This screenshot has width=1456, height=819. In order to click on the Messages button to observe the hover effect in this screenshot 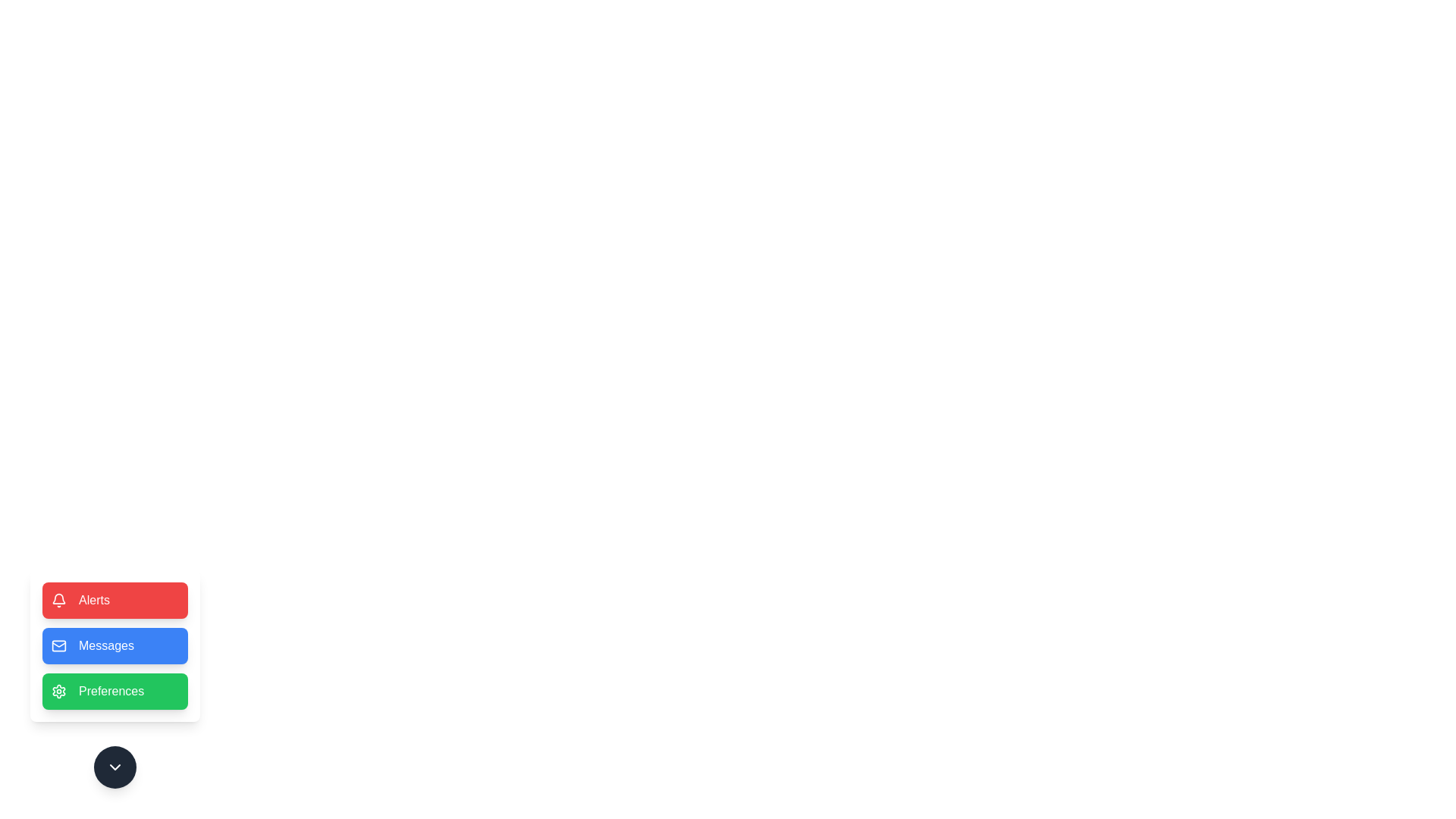, I will do `click(115, 646)`.